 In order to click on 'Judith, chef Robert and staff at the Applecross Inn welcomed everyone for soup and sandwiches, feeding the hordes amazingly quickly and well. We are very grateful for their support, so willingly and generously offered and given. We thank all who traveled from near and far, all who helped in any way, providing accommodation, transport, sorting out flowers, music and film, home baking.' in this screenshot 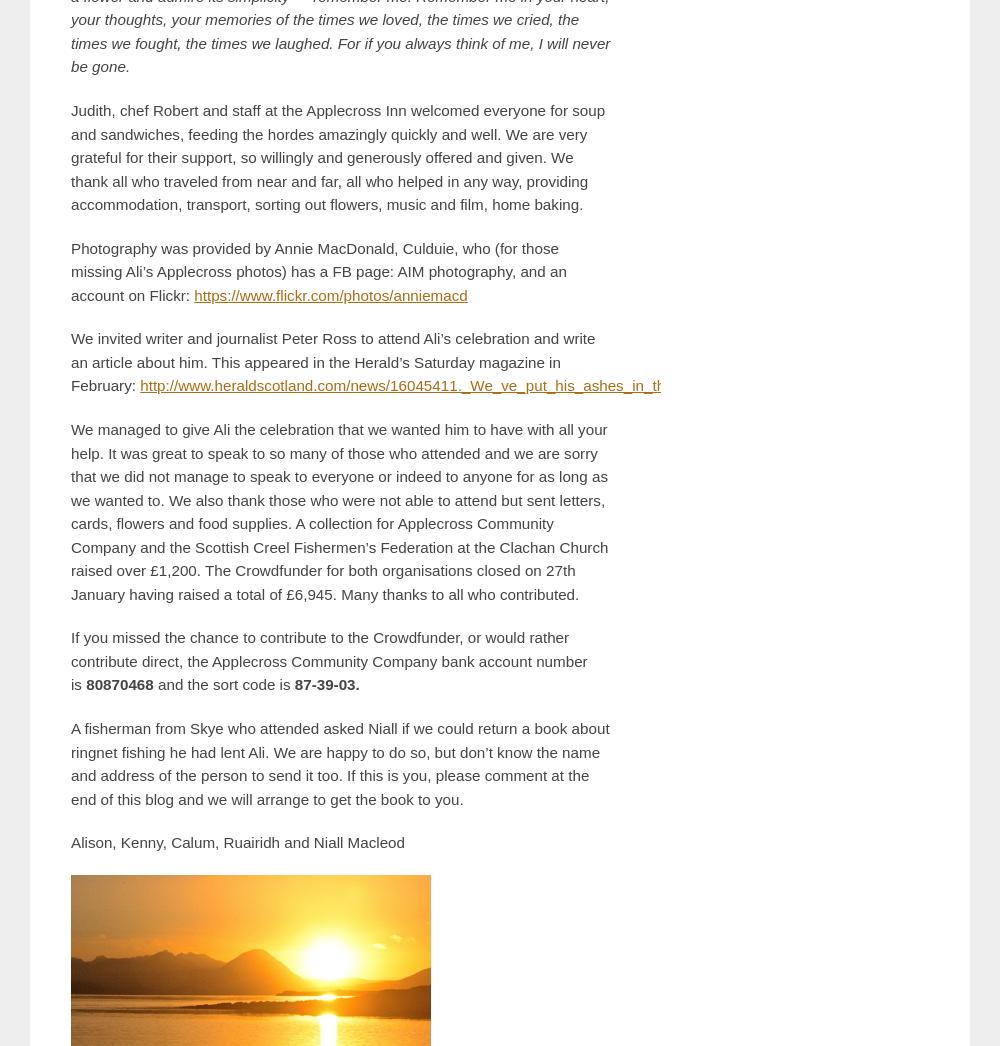, I will do `click(337, 156)`.